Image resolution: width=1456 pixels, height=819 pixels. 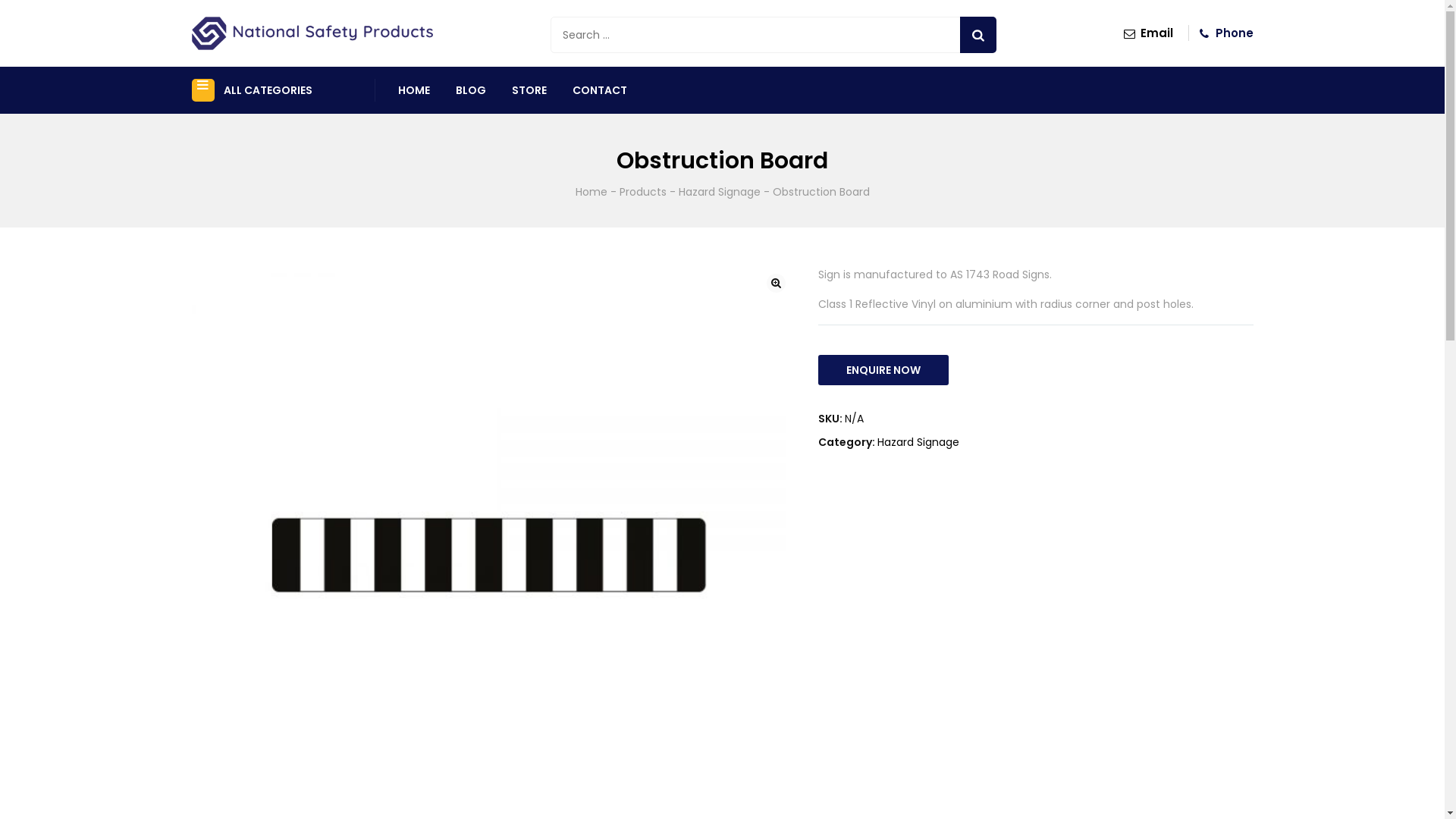 I want to click on 'ENQUIRE NOW', so click(x=882, y=370).